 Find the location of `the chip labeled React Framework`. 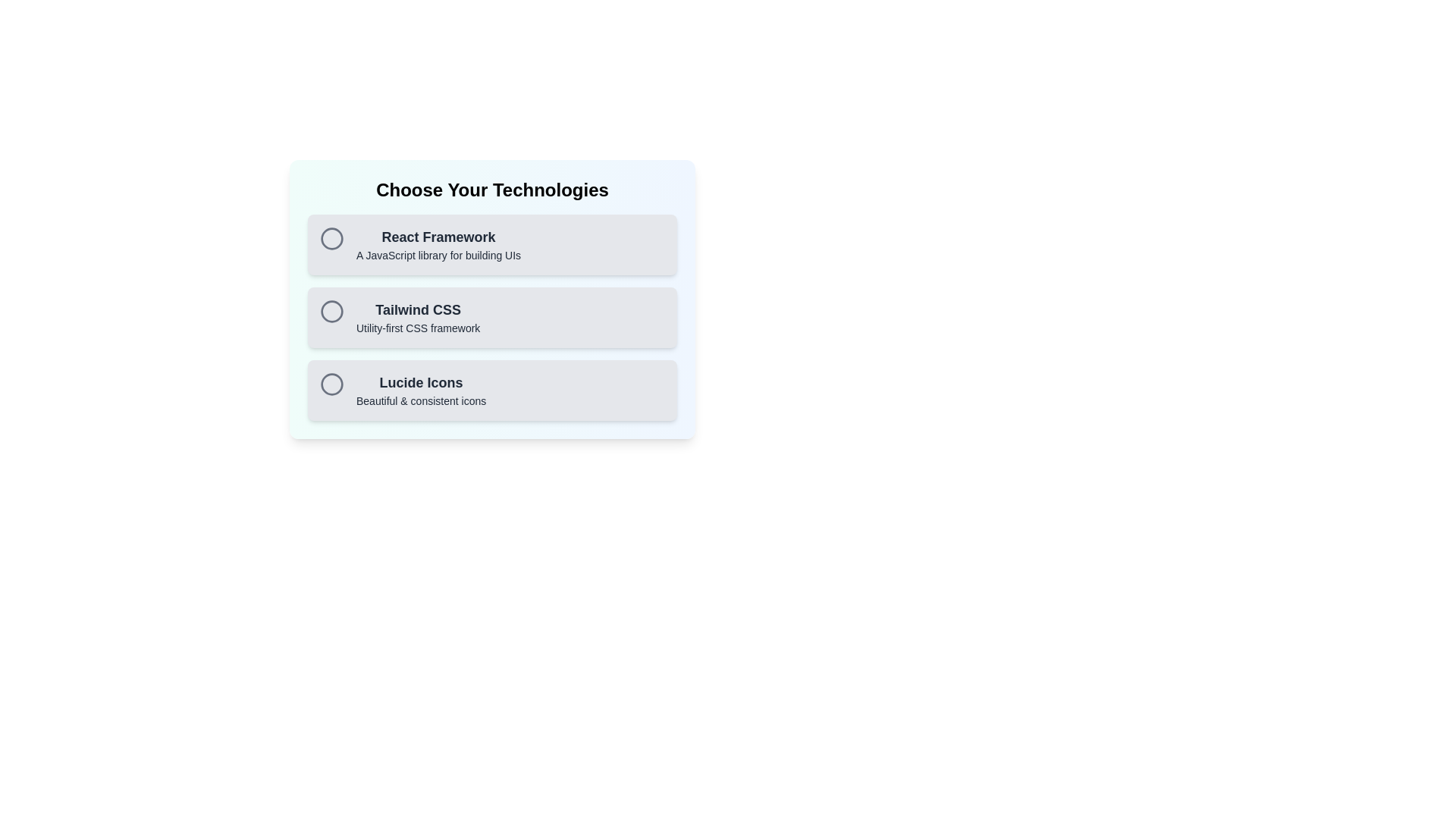

the chip labeled React Framework is located at coordinates (492, 244).